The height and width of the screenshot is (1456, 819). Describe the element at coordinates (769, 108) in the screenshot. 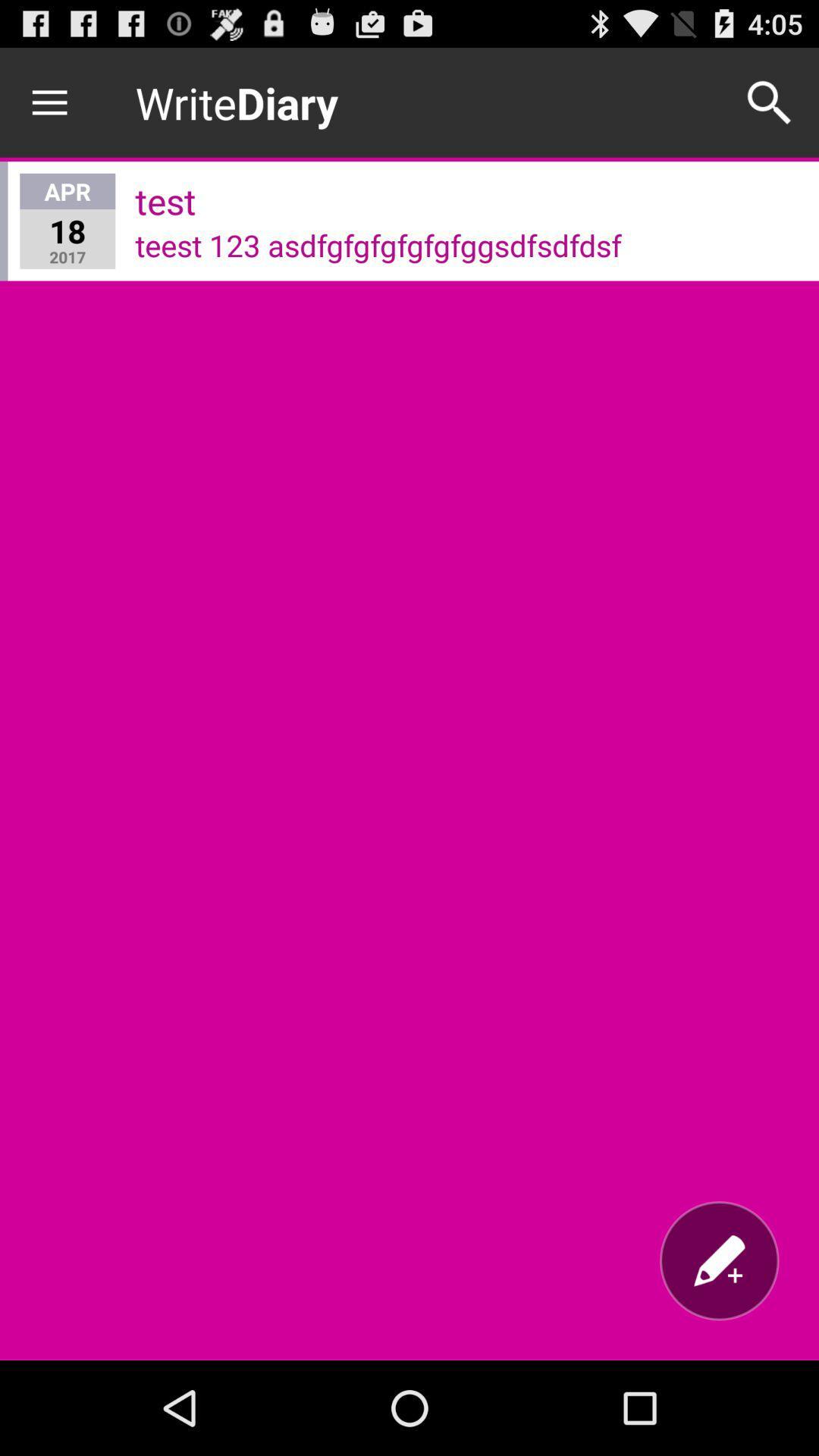

I see `the search icon` at that location.